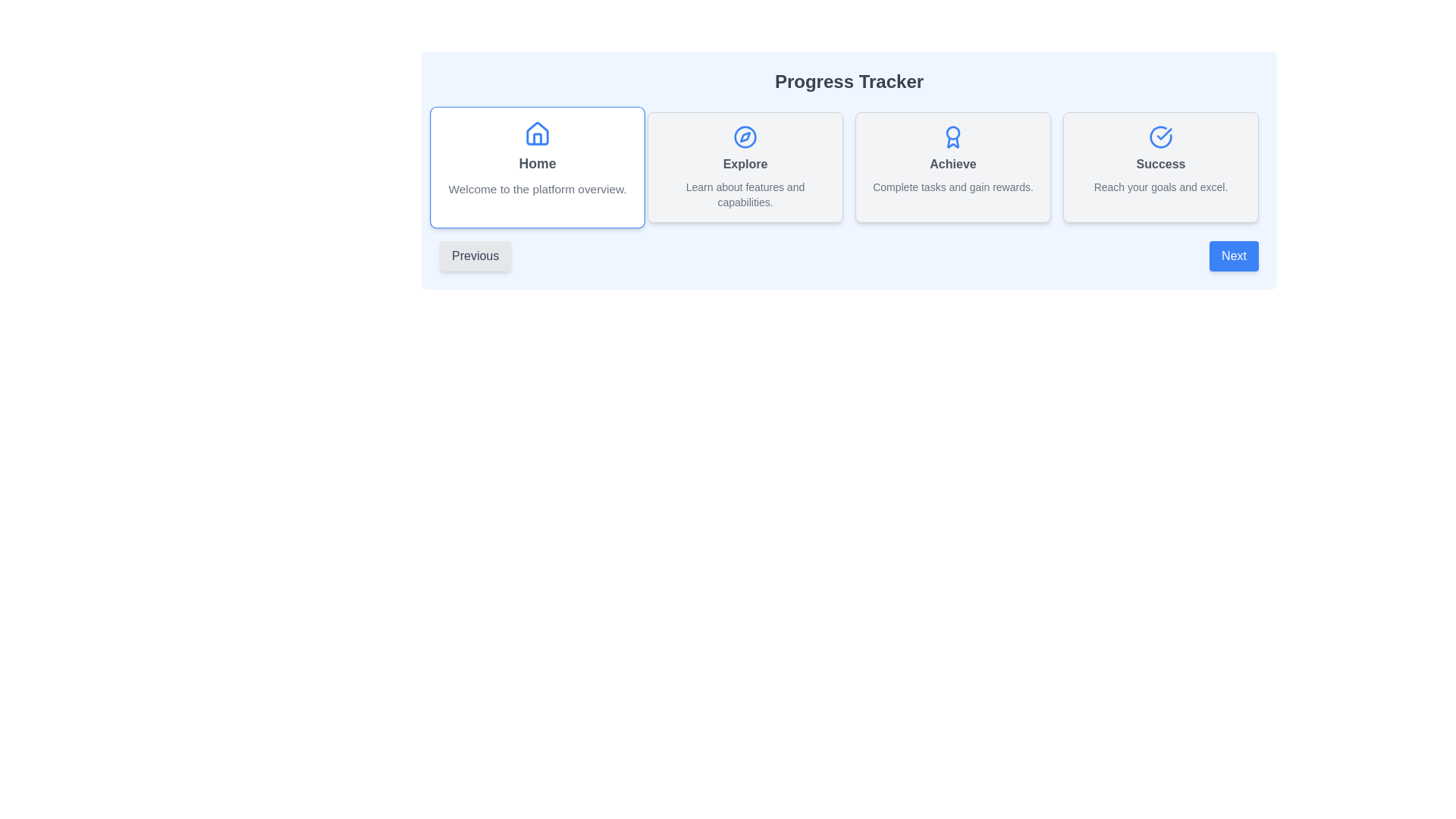 The width and height of the screenshot is (1456, 819). What do you see at coordinates (1234, 256) in the screenshot?
I see `the 'Next' button with a bright blue background and white text to observe the hover effect` at bounding box center [1234, 256].